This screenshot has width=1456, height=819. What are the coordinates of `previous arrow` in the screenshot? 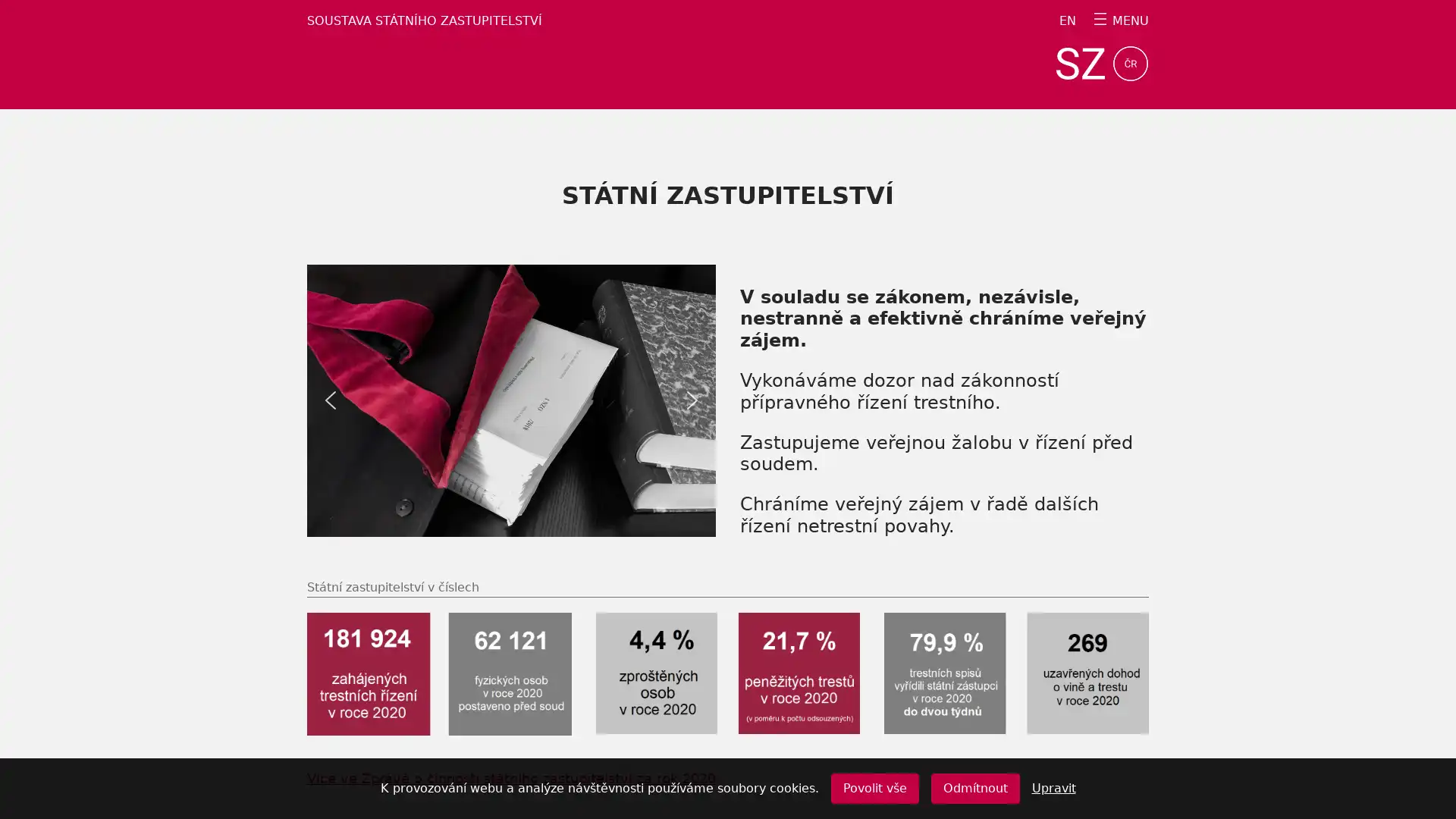 It's located at (330, 400).